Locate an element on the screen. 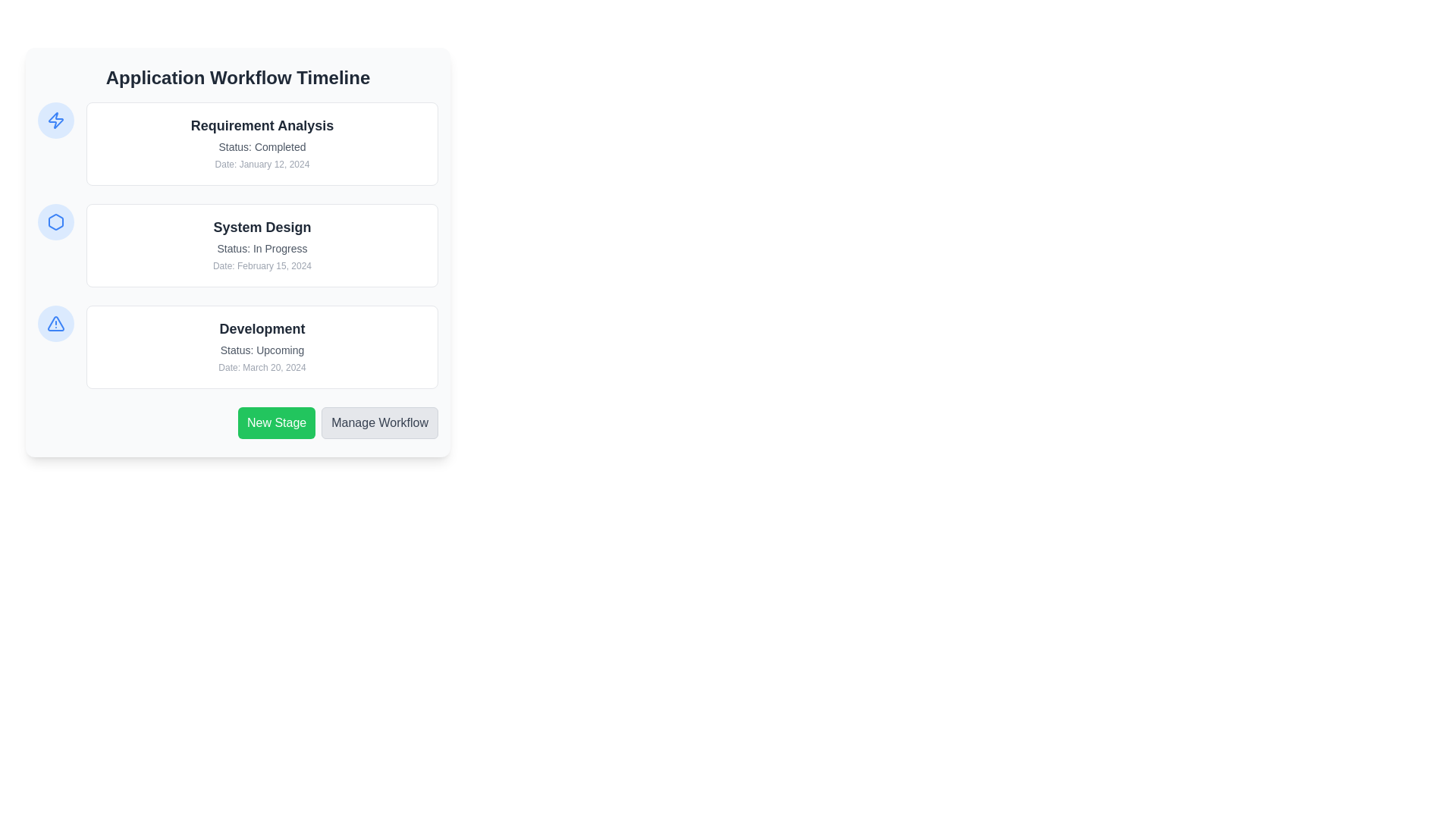  displayed date information from the text label showing 'Date: March 20, 2024' in the third card section titled 'Development' is located at coordinates (262, 368).